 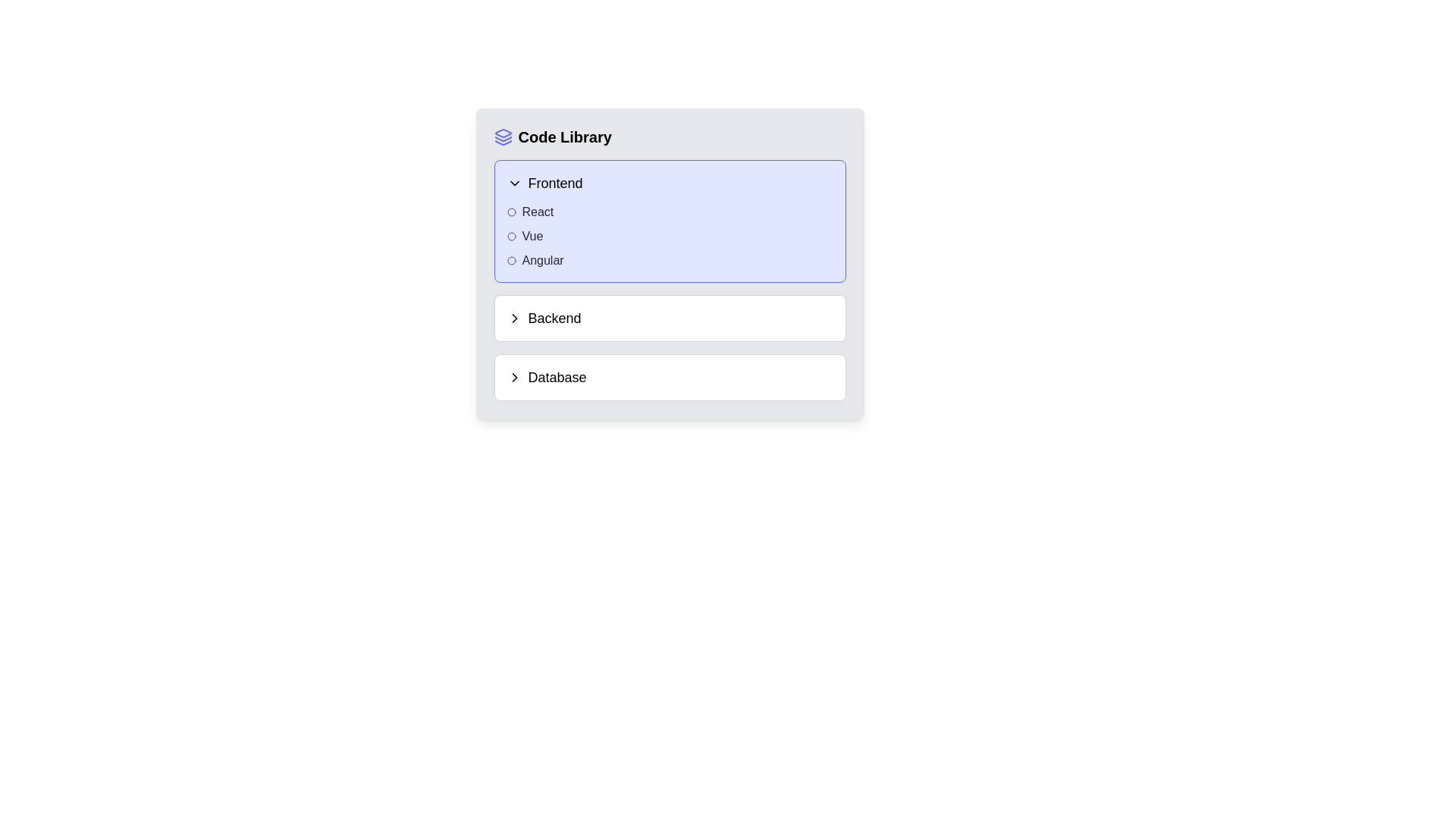 What do you see at coordinates (514, 183) in the screenshot?
I see `the right-pointing chevron icon` at bounding box center [514, 183].